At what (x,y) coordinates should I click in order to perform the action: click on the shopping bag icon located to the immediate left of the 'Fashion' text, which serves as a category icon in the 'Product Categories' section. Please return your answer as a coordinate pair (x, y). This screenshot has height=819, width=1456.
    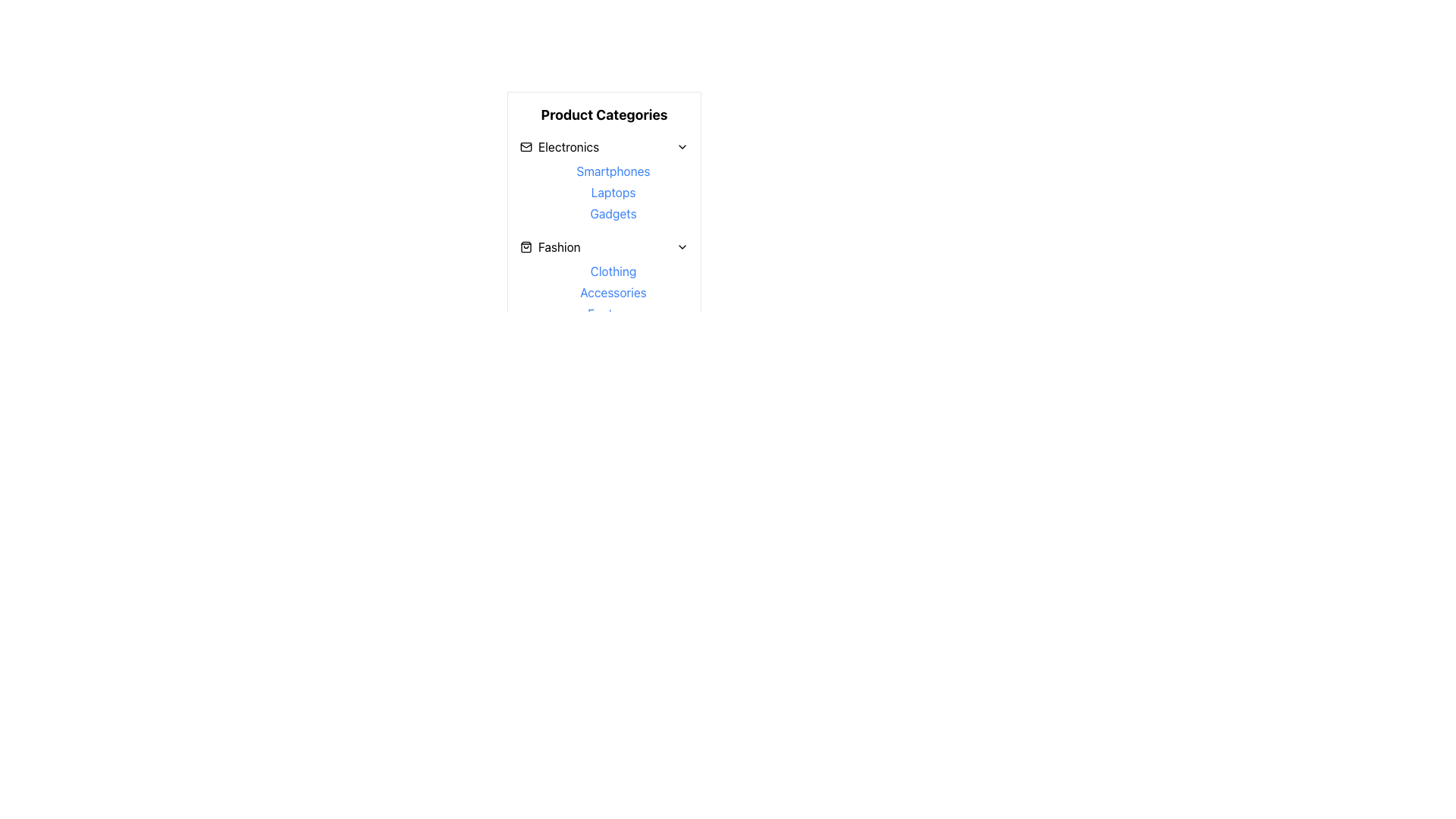
    Looking at the image, I should click on (526, 246).